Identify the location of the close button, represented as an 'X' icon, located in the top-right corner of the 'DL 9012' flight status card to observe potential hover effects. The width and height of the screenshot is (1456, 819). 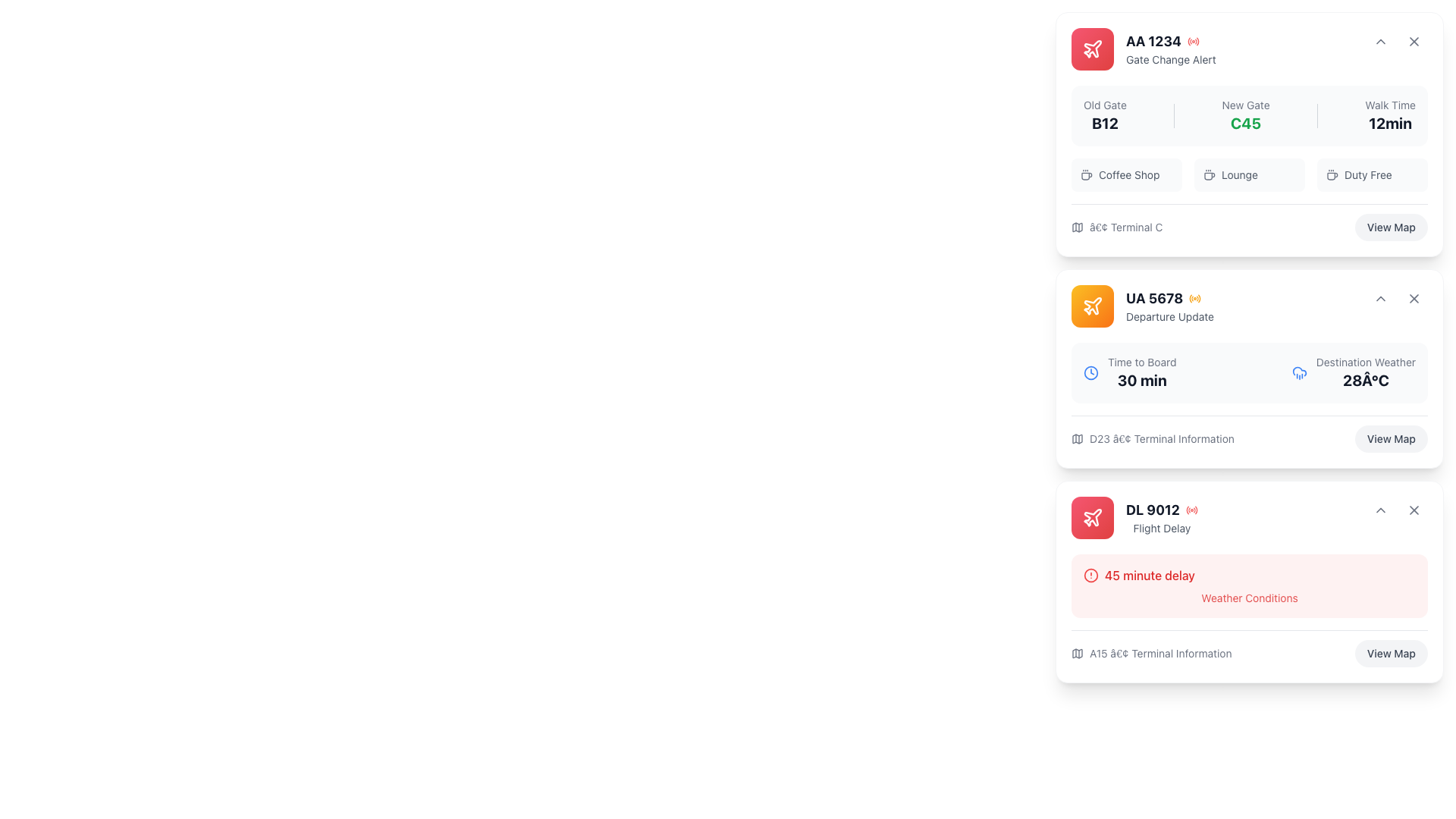
(1414, 510).